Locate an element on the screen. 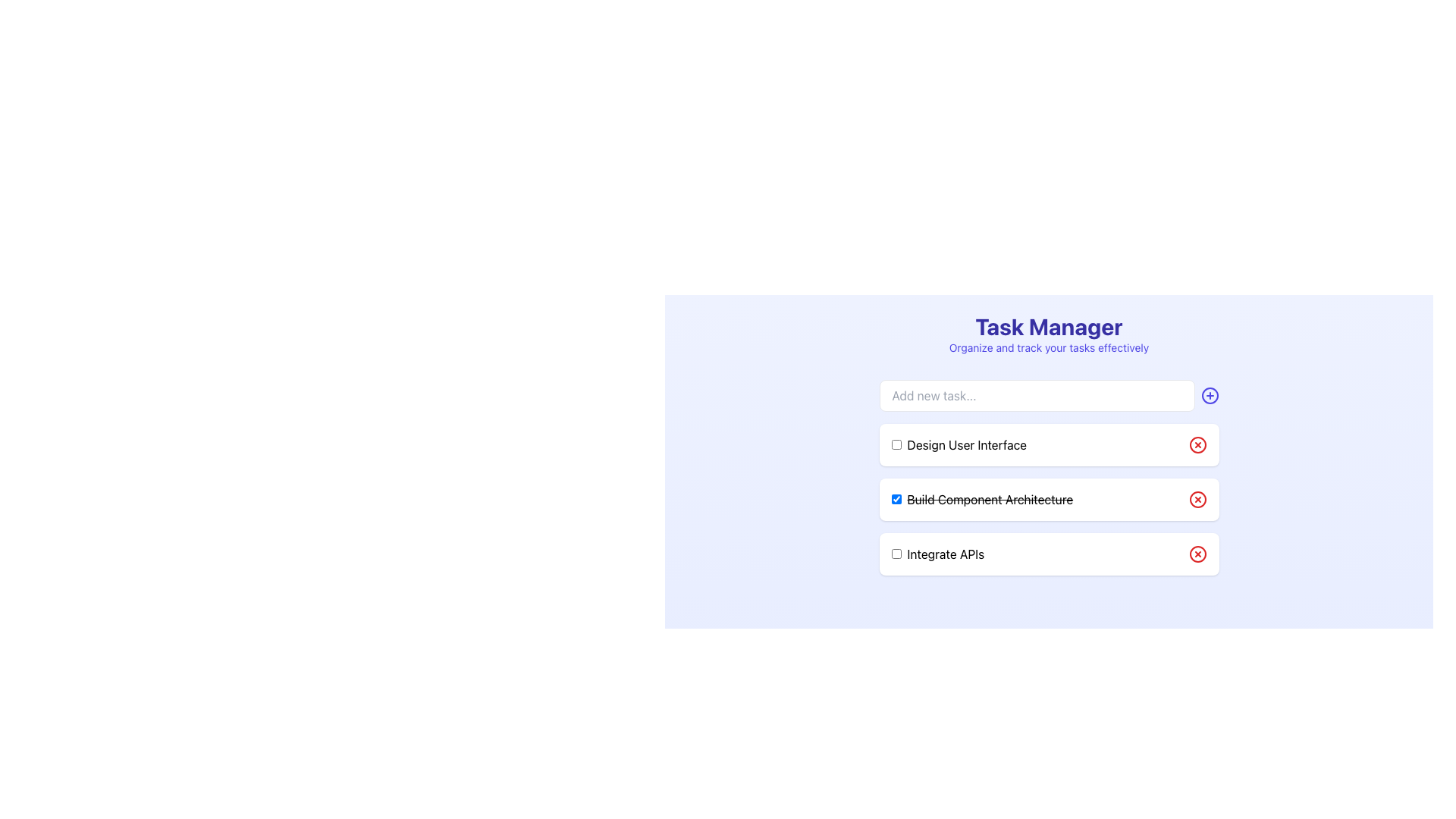 This screenshot has height=819, width=1456. the text label reading 'Design User Interface' located next is located at coordinates (958, 444).